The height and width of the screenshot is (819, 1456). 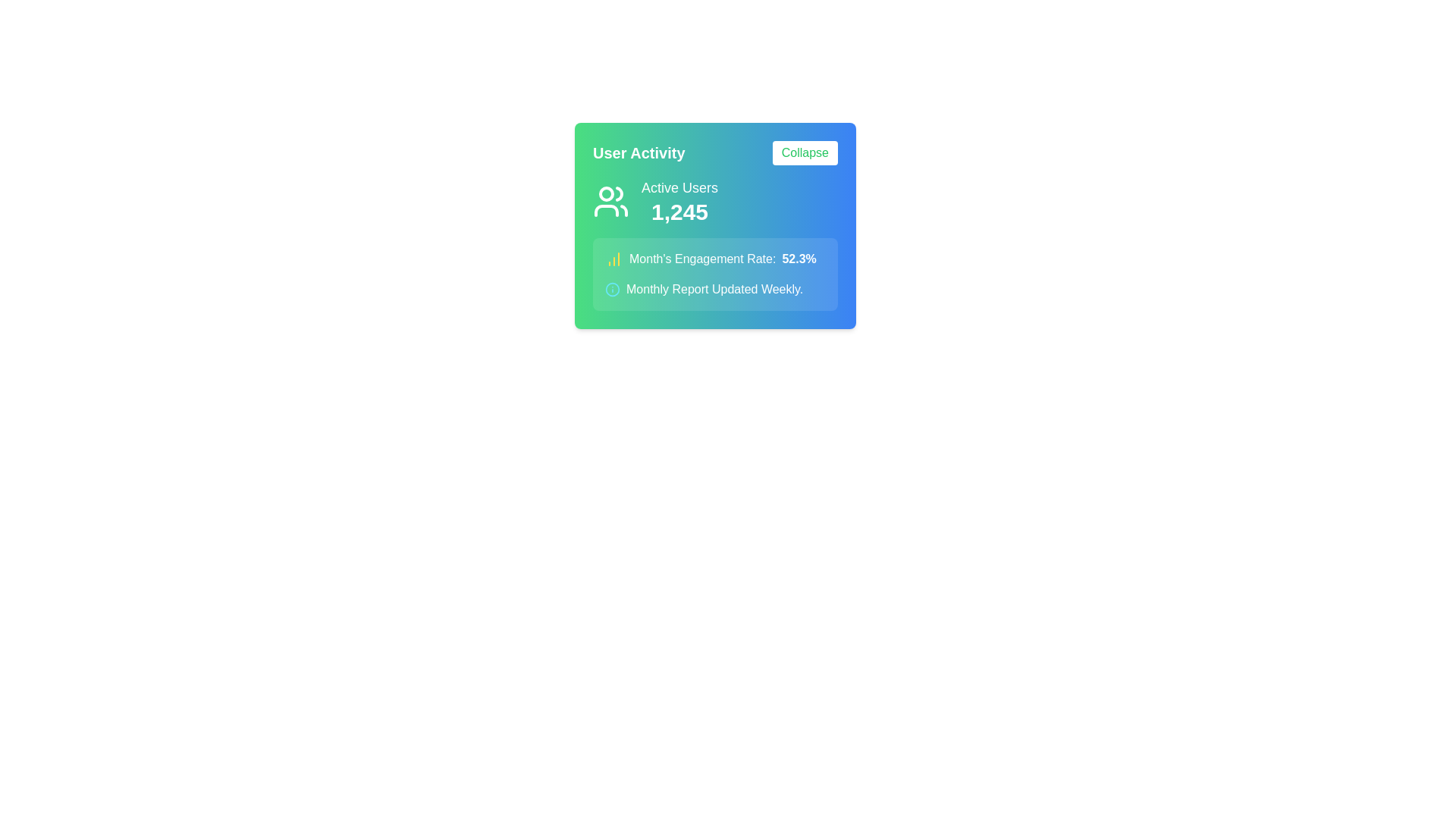 What do you see at coordinates (679, 201) in the screenshot?
I see `numeric value displayed prominently in bold font, which is '1,245', located underneath the label 'Active Users' on a gradient-colored background transitioning from green to blue` at bounding box center [679, 201].